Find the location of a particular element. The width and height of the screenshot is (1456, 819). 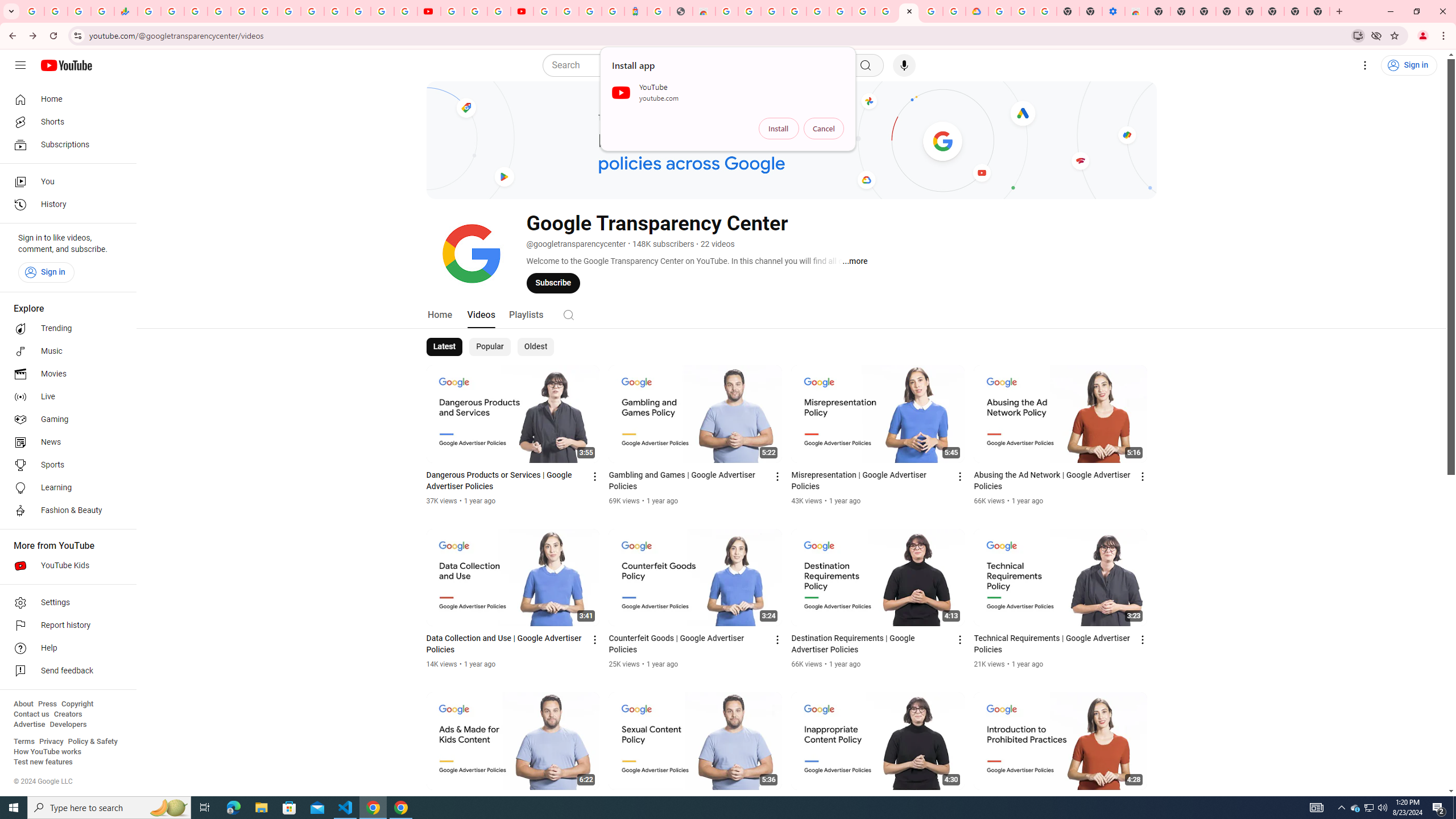

'Popular' is located at coordinates (489, 346).